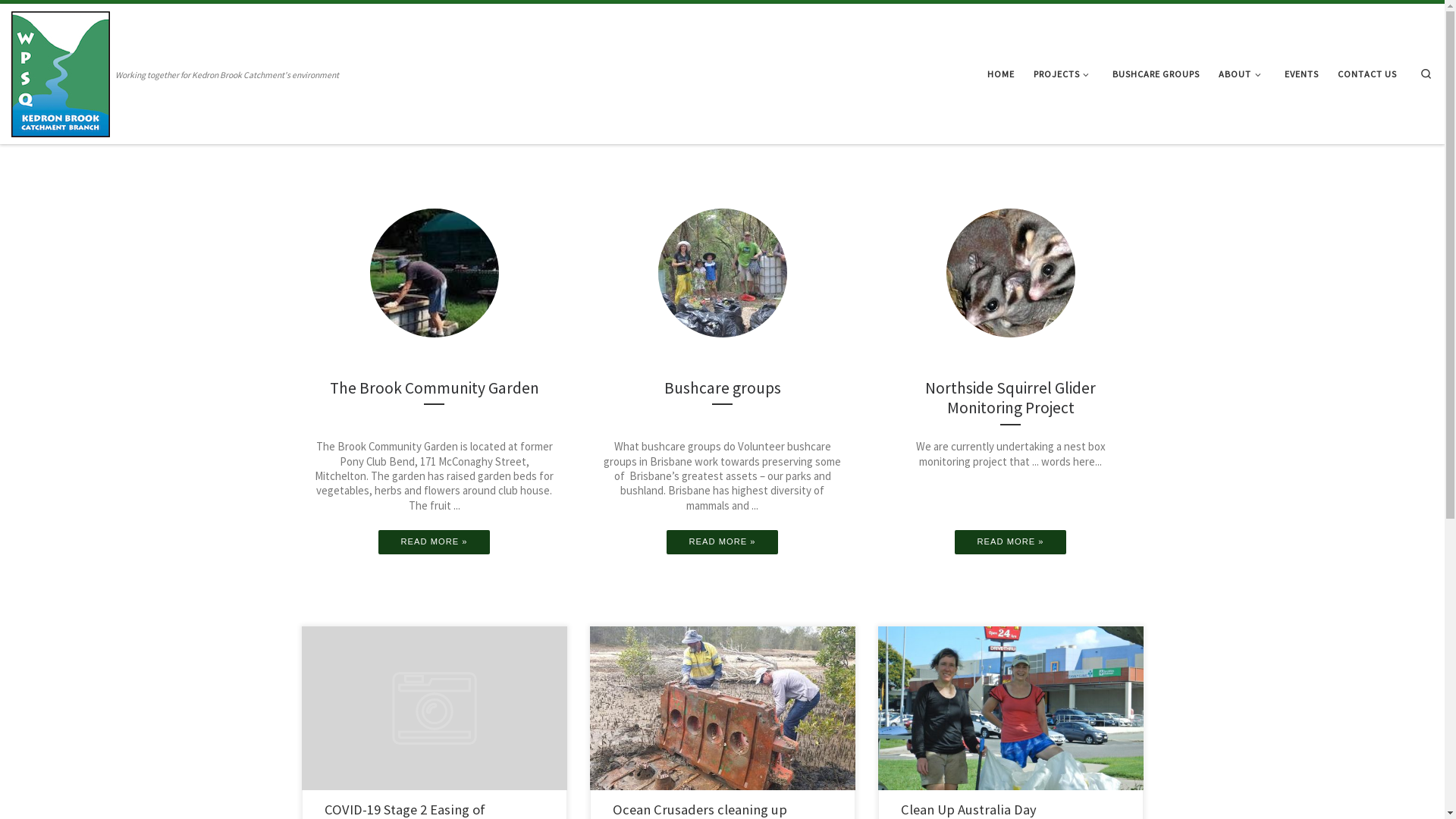 This screenshot has height=819, width=1456. What do you see at coordinates (1279, 74) in the screenshot?
I see `'EVENTS'` at bounding box center [1279, 74].